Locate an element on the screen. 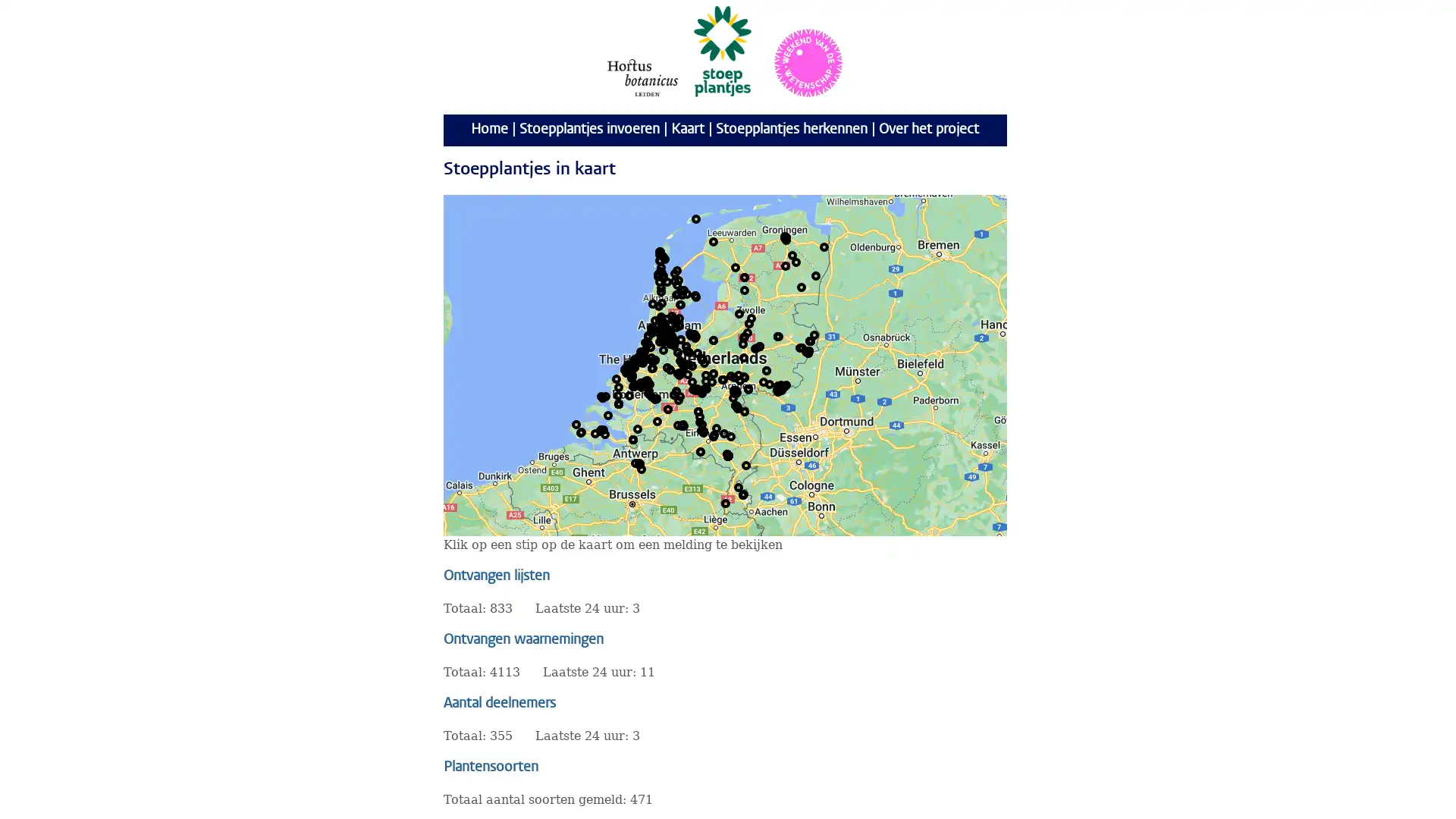 The image size is (1456, 819). Telling van op 26 mei 2022 is located at coordinates (651, 368).